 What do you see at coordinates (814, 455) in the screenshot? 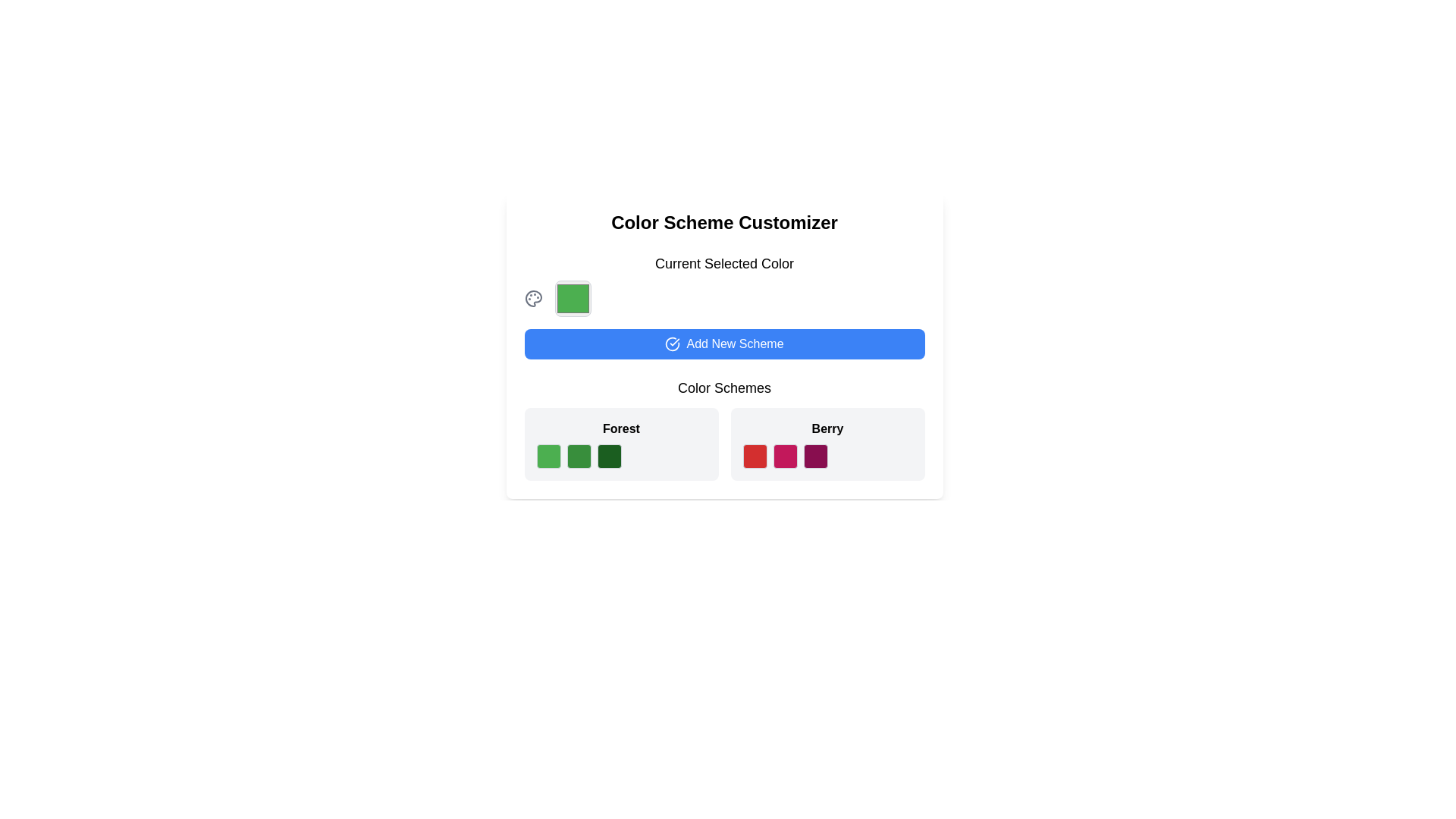
I see `the third color swatch from the left under the 'Berry' label in the 'Color Schemes' section to navigate to the color option` at bounding box center [814, 455].